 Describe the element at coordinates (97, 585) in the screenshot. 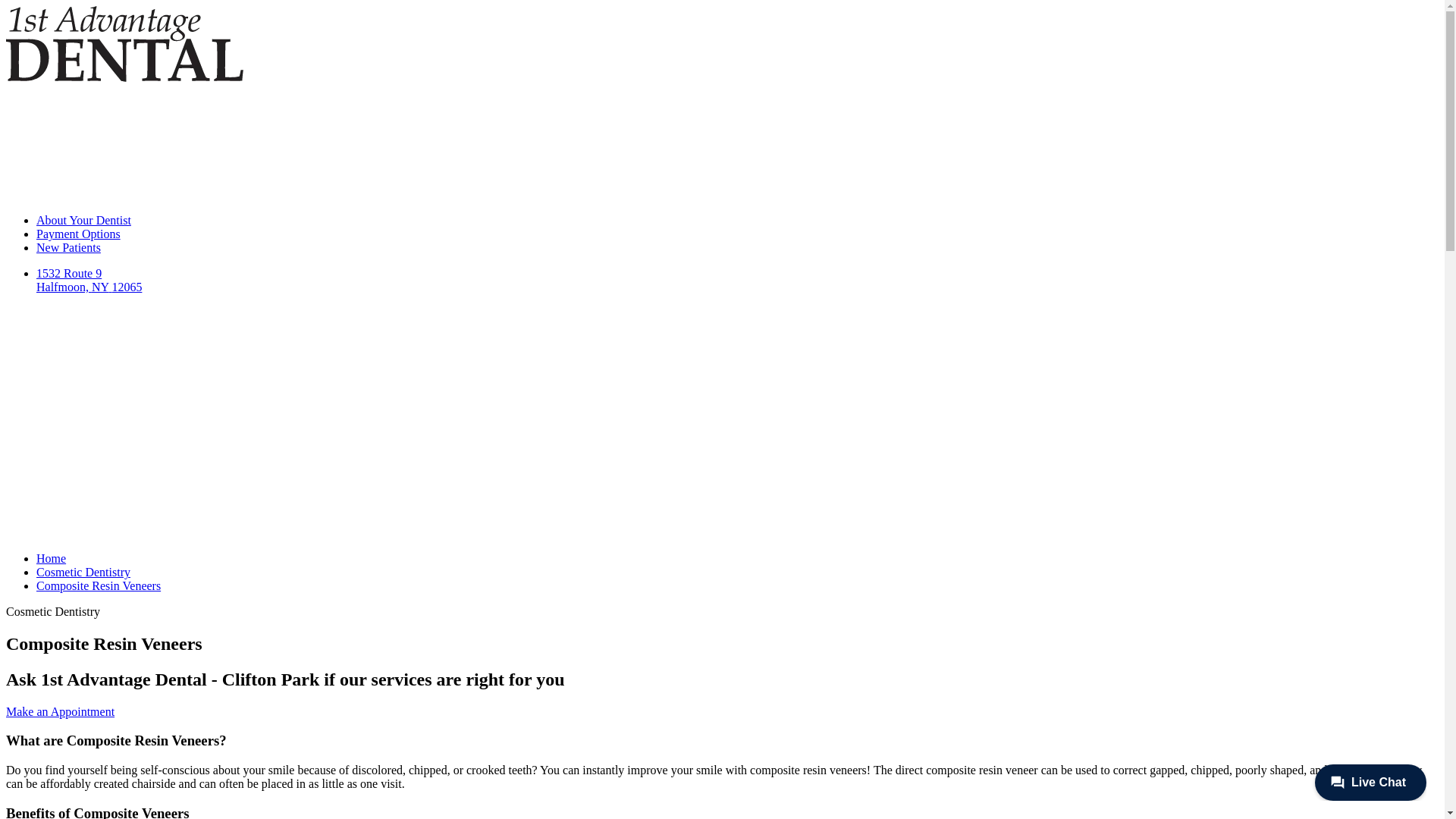

I see `'Composite Resin Veneers'` at that location.